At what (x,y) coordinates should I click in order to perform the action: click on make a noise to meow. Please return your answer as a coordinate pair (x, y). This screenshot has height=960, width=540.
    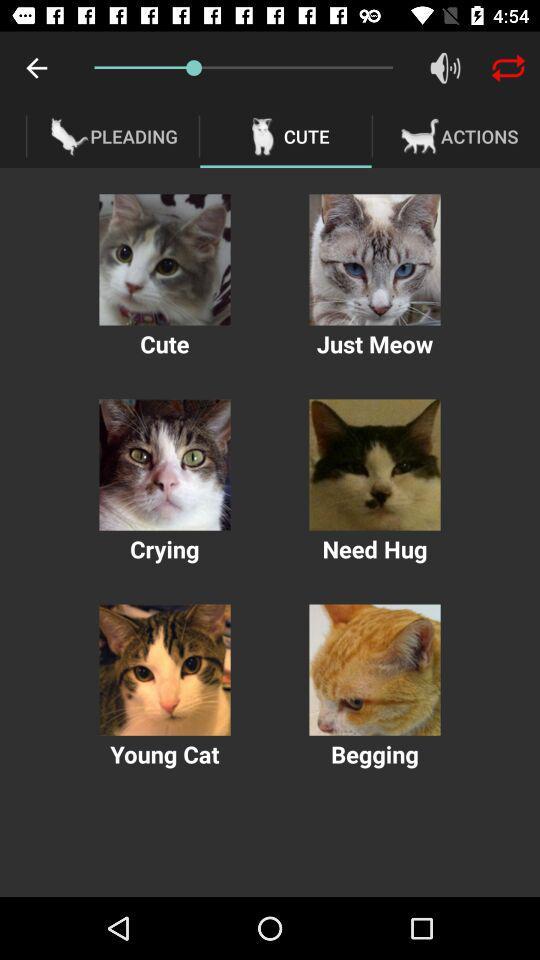
    Looking at the image, I should click on (374, 258).